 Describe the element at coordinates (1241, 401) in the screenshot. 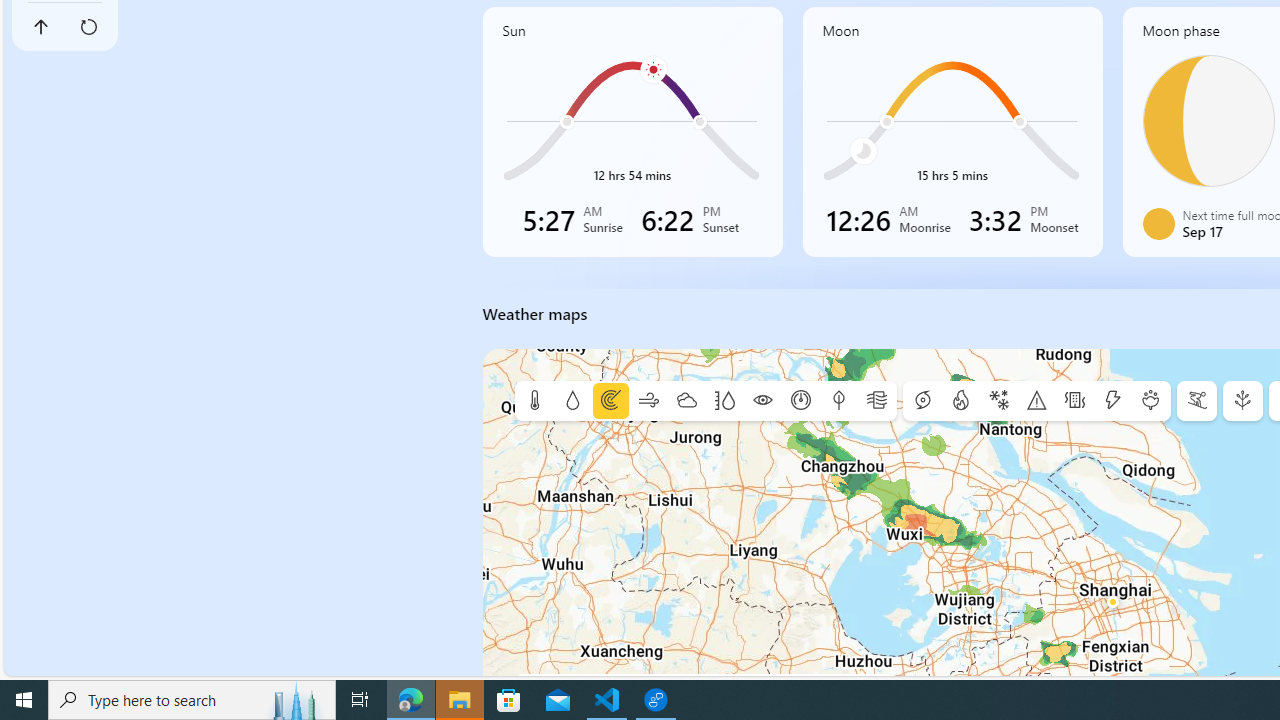

I see `'E-tree'` at that location.